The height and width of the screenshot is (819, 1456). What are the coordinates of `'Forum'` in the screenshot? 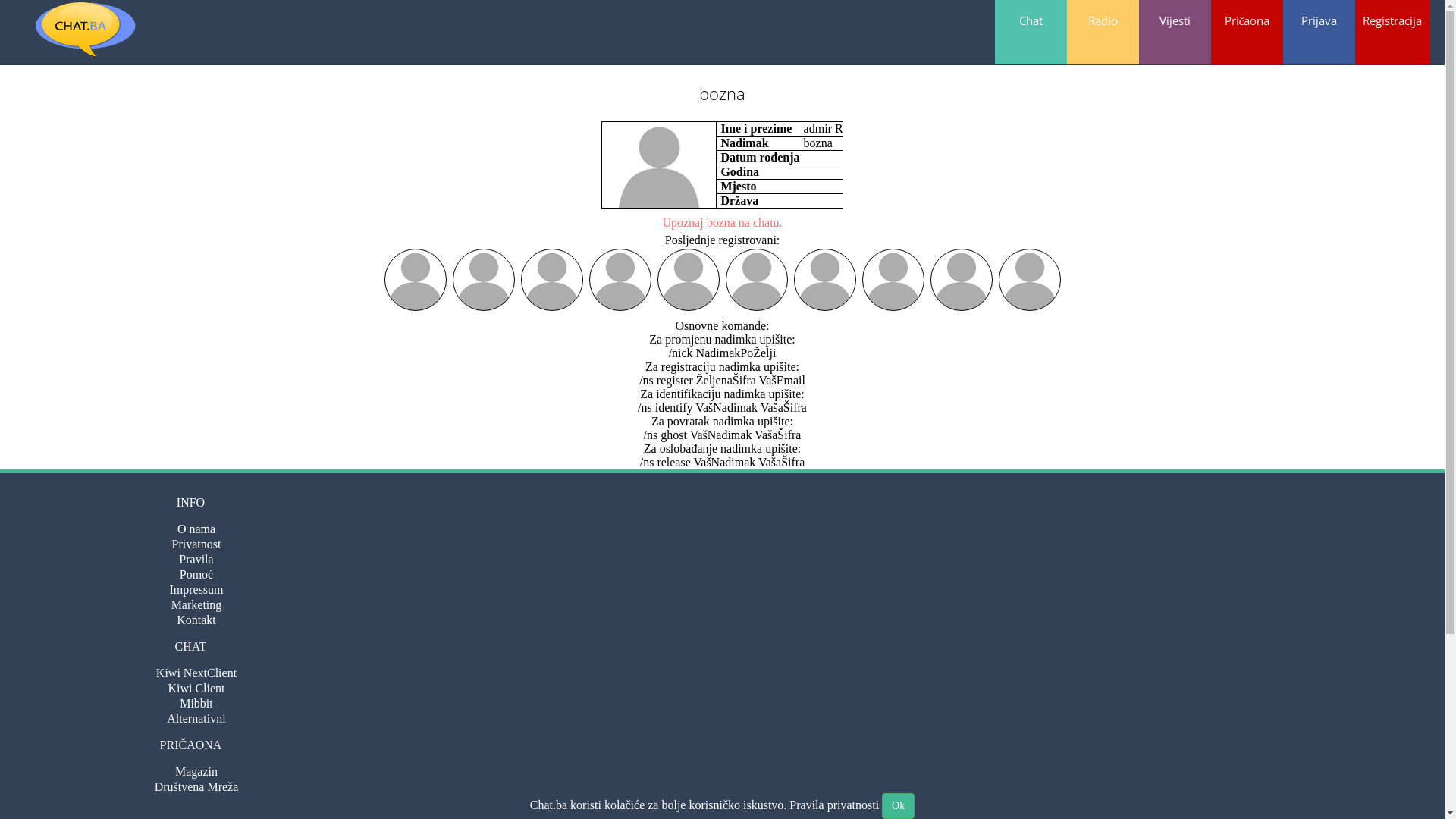 It's located at (196, 801).